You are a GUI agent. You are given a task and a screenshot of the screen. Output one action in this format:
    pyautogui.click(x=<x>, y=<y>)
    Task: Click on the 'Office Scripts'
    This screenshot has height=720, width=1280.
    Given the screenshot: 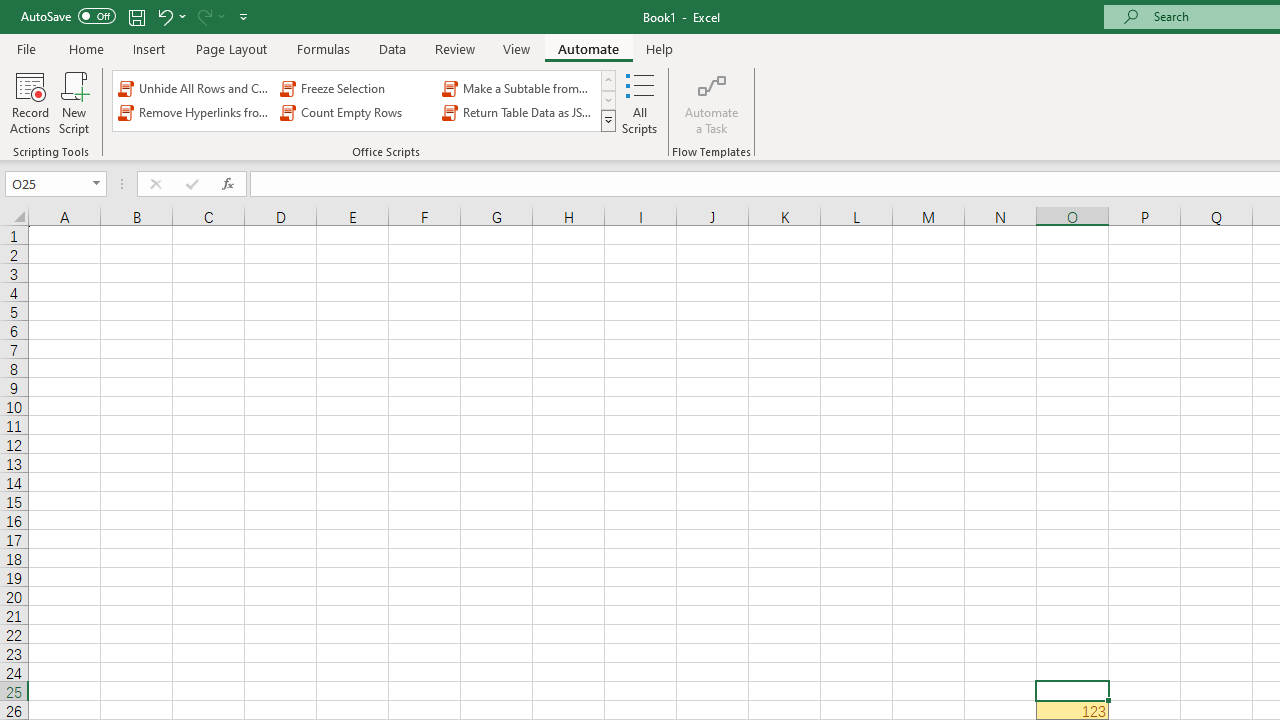 What is the action you would take?
    pyautogui.click(x=607, y=120)
    